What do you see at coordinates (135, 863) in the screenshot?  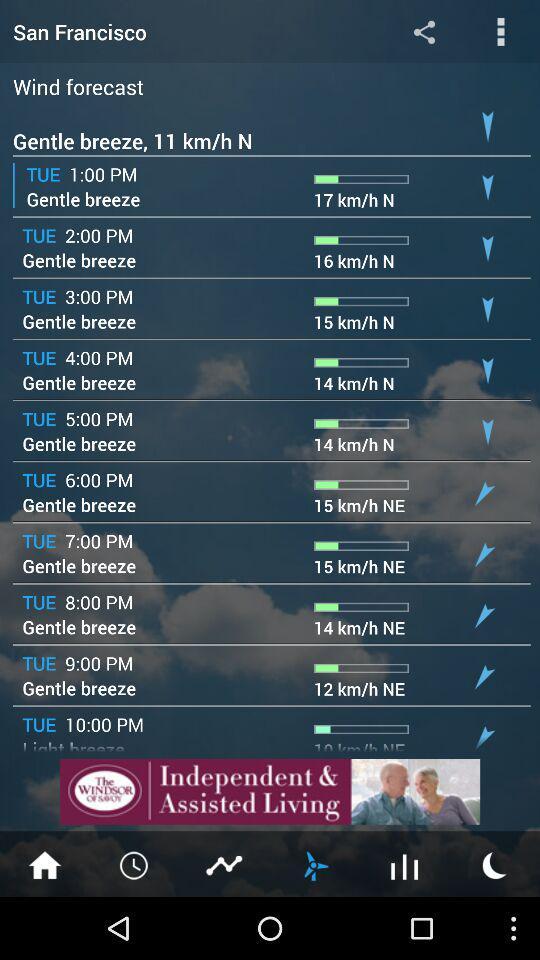 I see `choose other time` at bounding box center [135, 863].